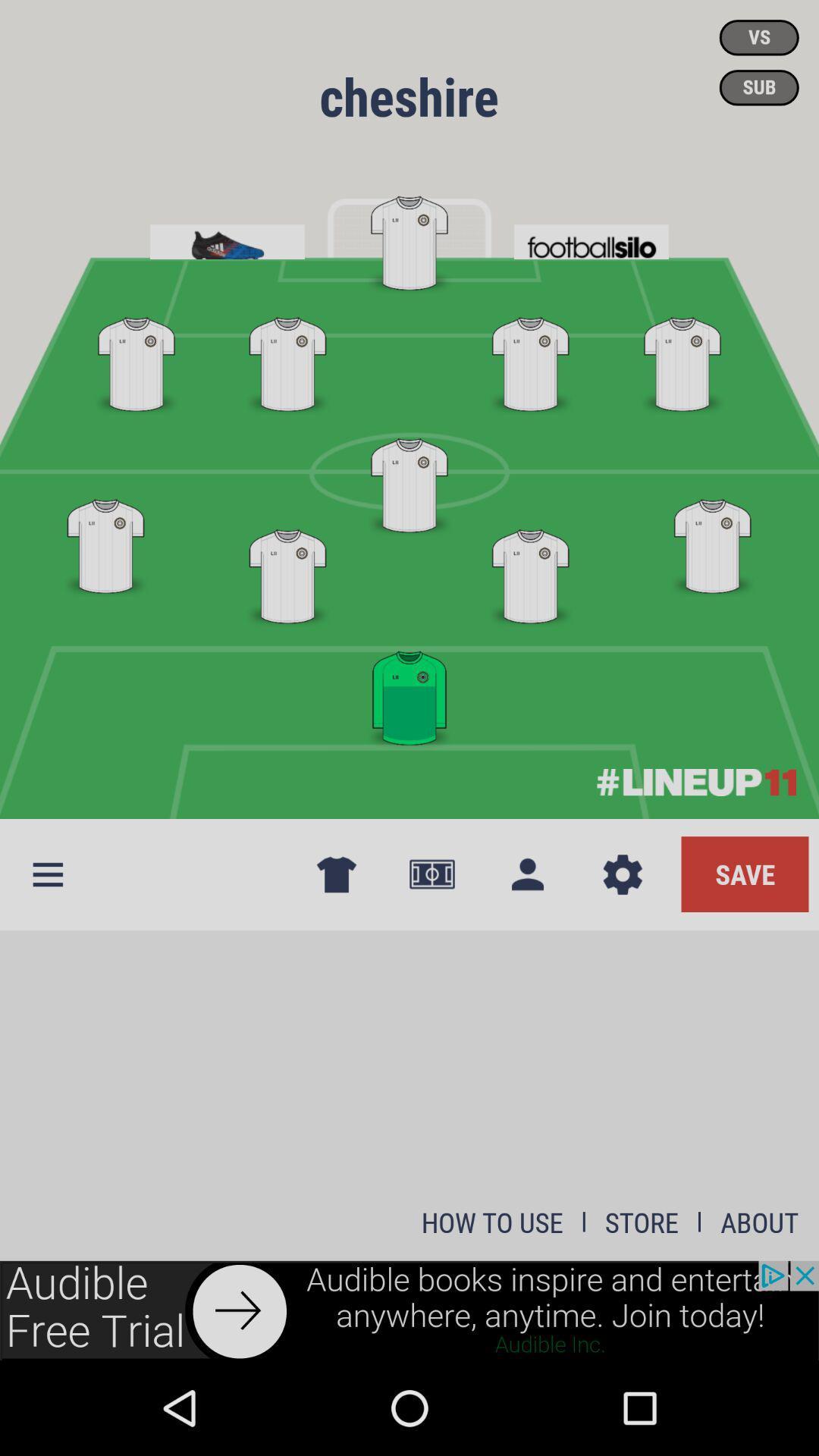 This screenshot has width=819, height=1456. Describe the element at coordinates (623, 874) in the screenshot. I see `the settings icon` at that location.